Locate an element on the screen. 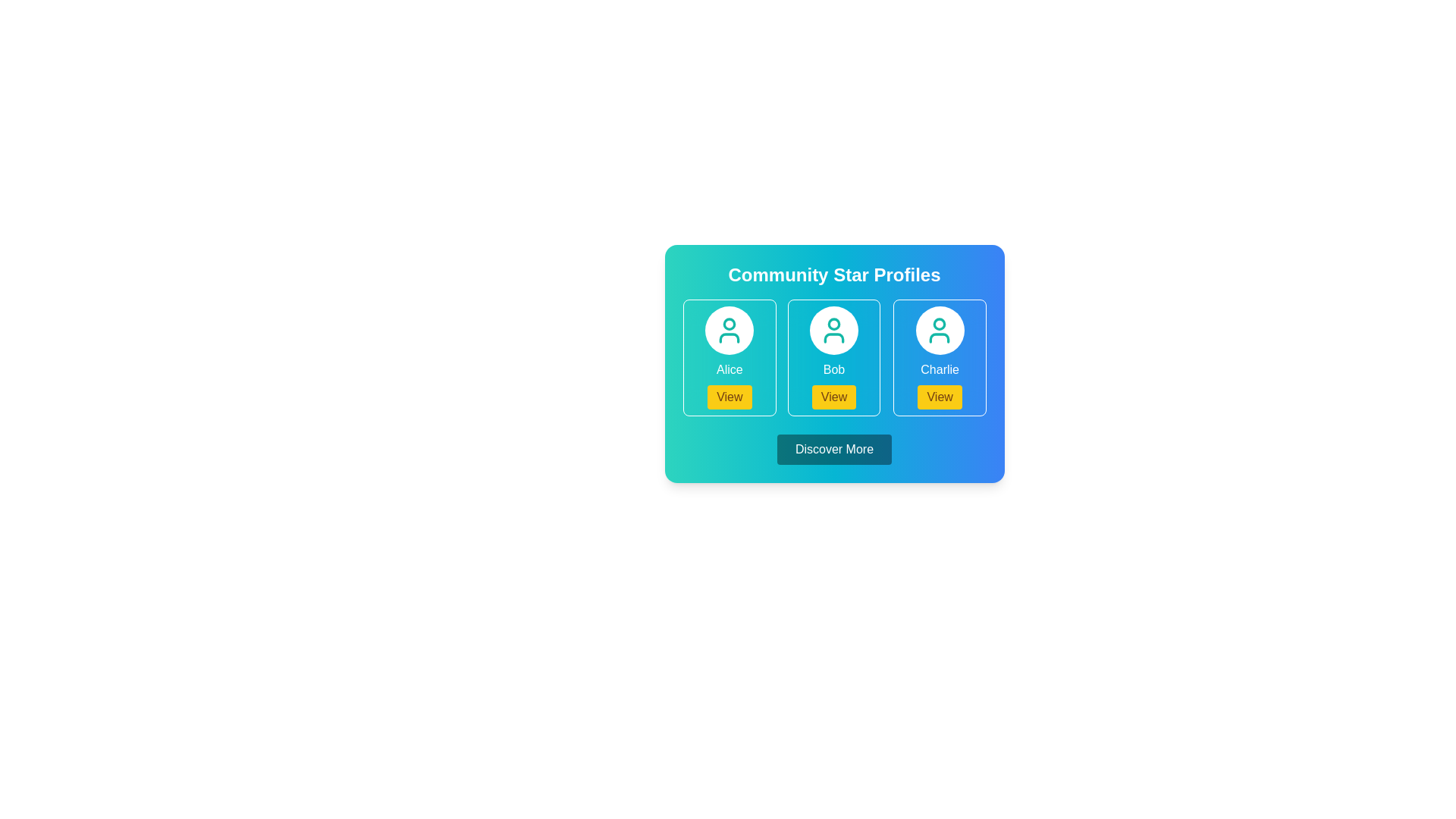  the curved line forming the lower section of the user profile icon, represented by a teal stroke on a transparent background is located at coordinates (833, 337).